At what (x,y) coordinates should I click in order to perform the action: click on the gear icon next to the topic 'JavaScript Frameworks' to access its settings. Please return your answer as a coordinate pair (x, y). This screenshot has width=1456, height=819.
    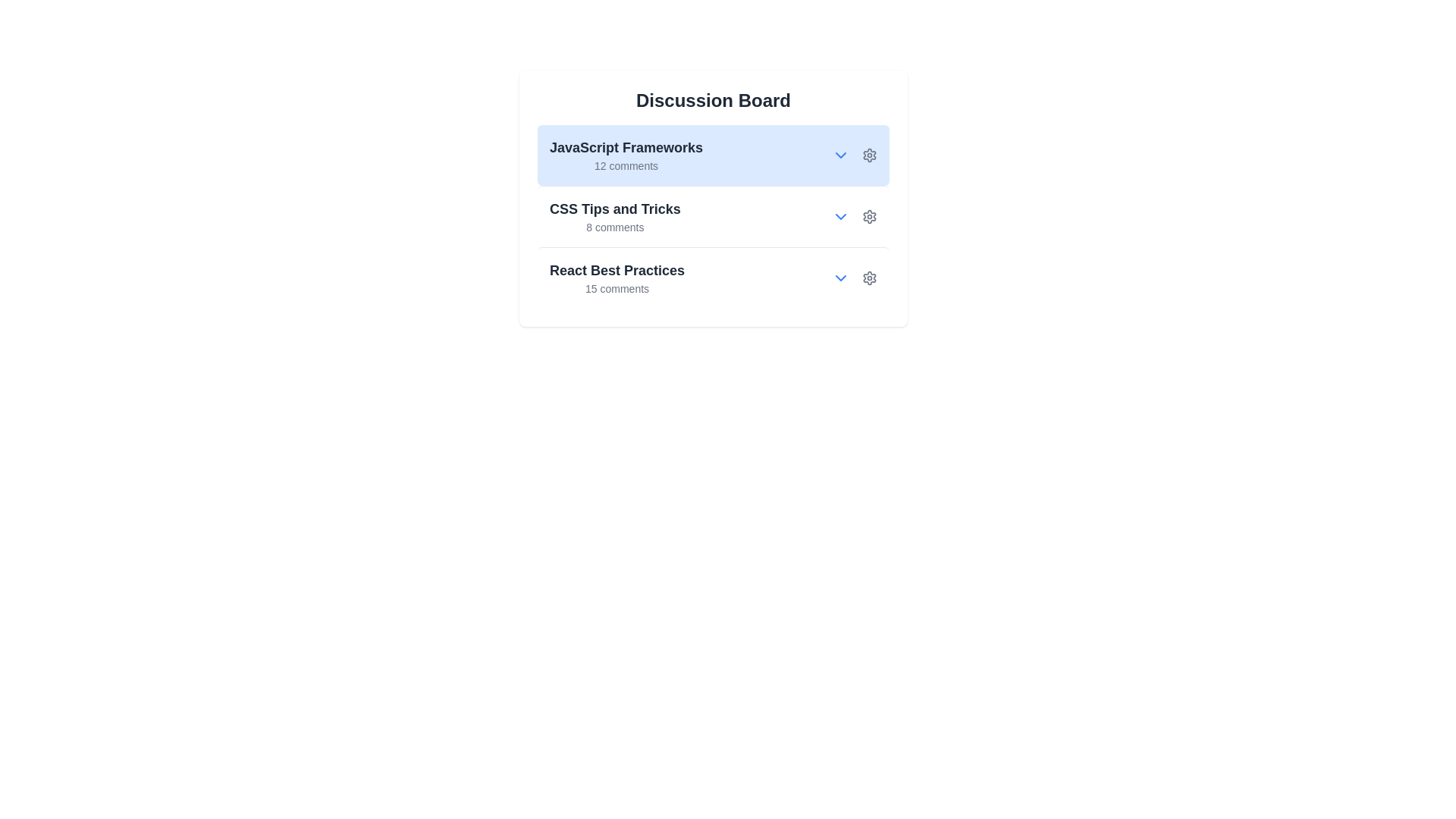
    Looking at the image, I should click on (870, 155).